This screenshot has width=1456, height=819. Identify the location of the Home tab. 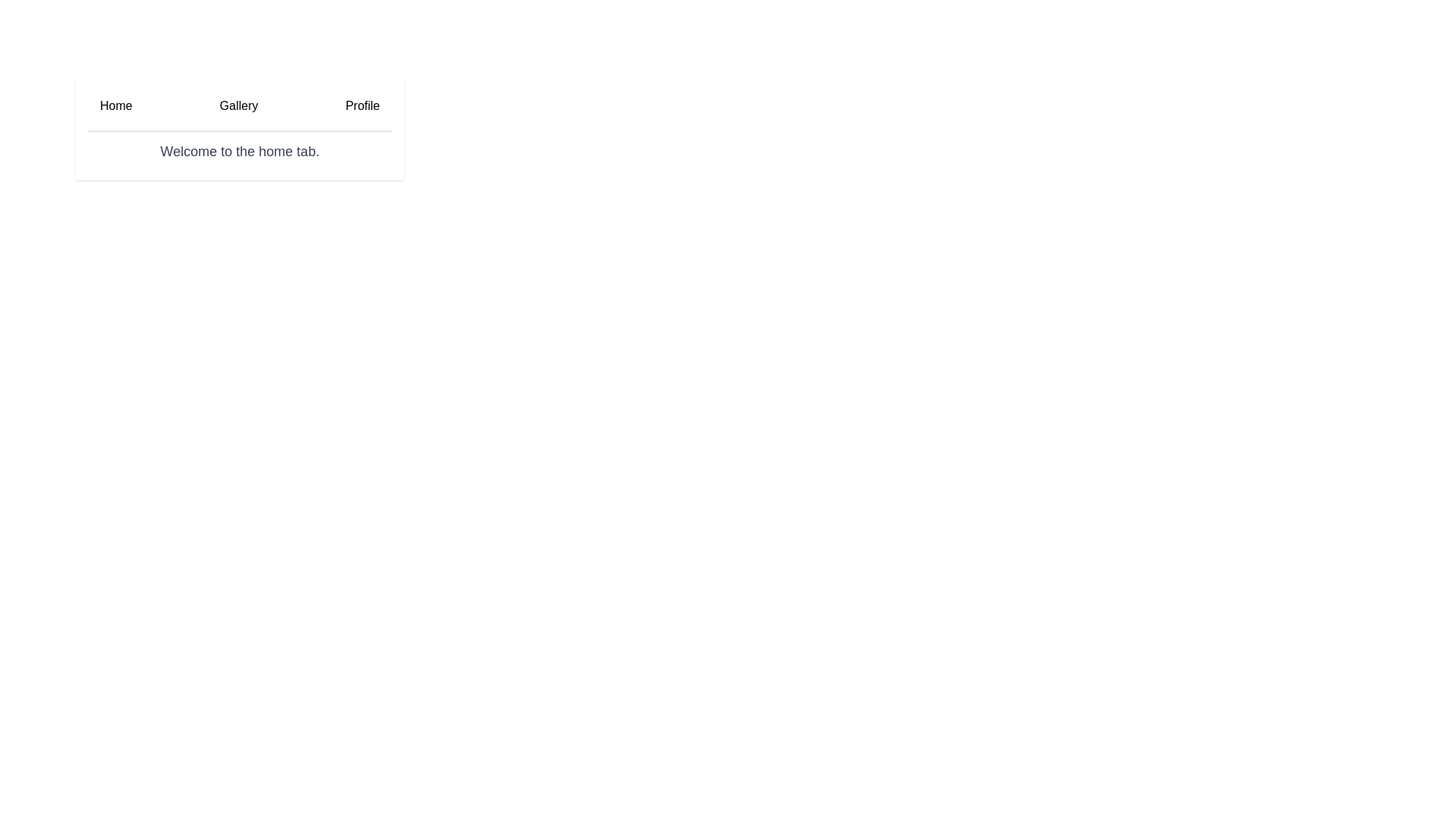
(115, 110).